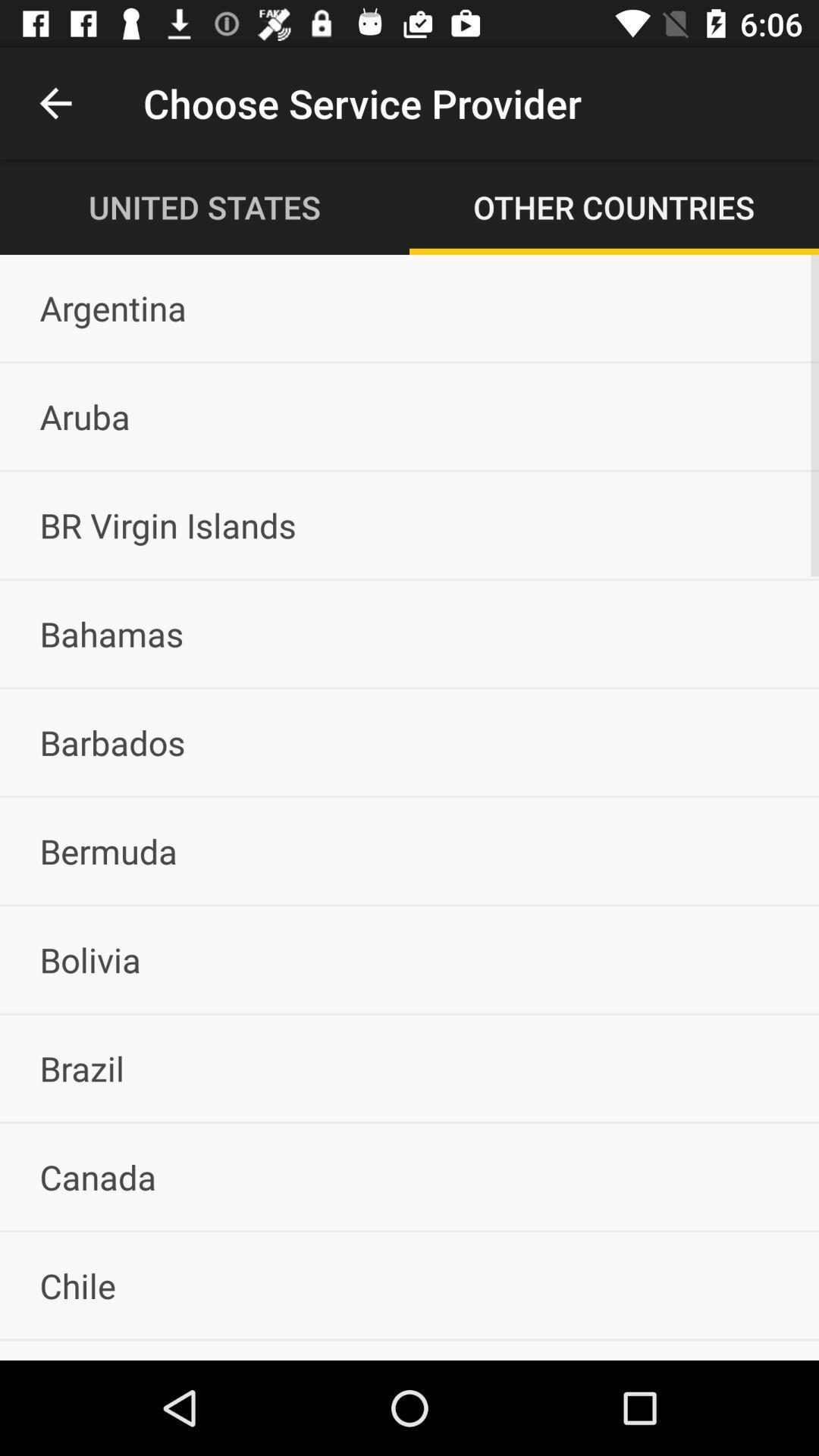  What do you see at coordinates (409, 959) in the screenshot?
I see `the icon below the bermuda` at bounding box center [409, 959].